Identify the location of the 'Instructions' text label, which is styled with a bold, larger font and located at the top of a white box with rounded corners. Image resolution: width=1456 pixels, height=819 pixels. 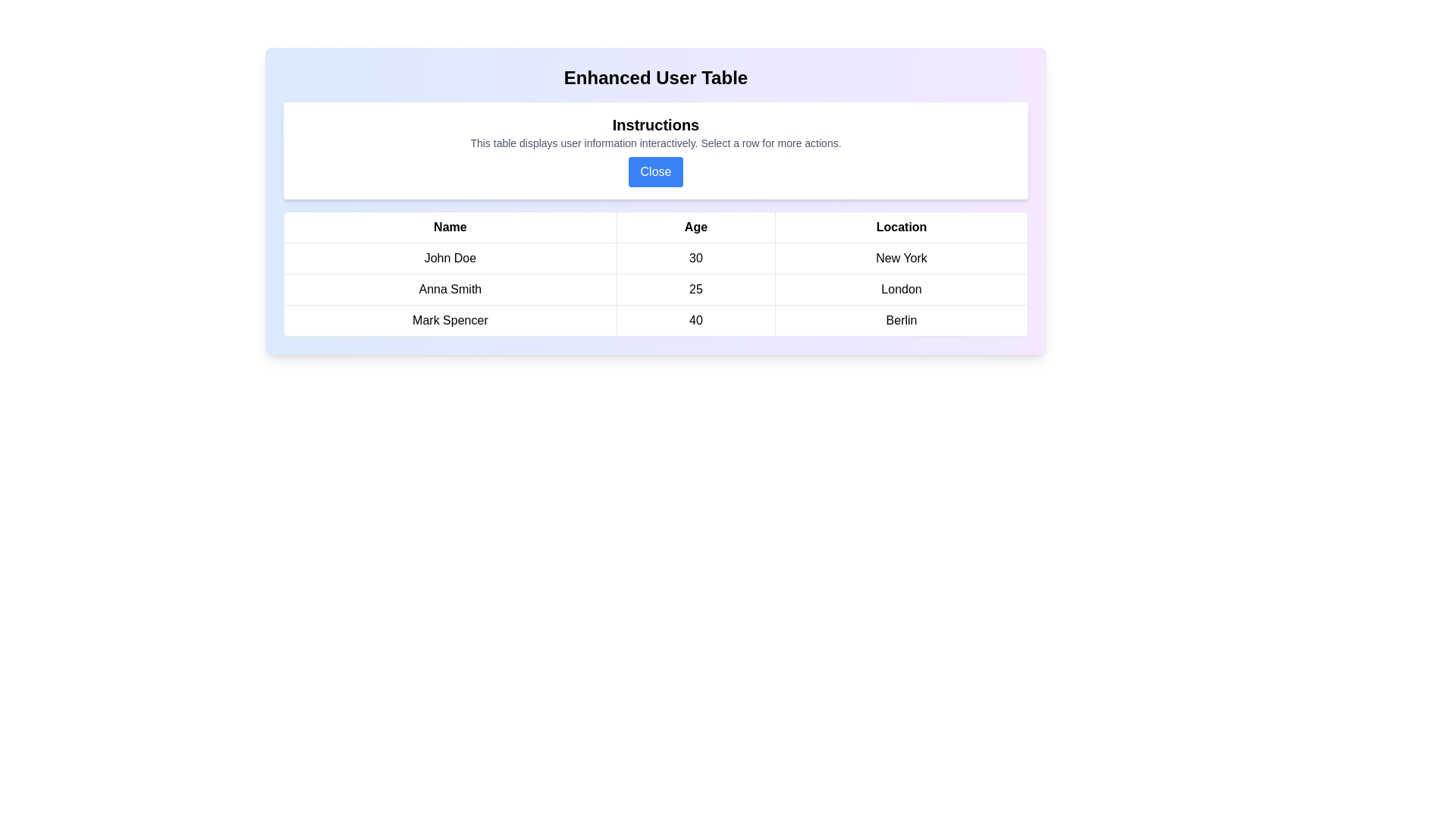
(655, 124).